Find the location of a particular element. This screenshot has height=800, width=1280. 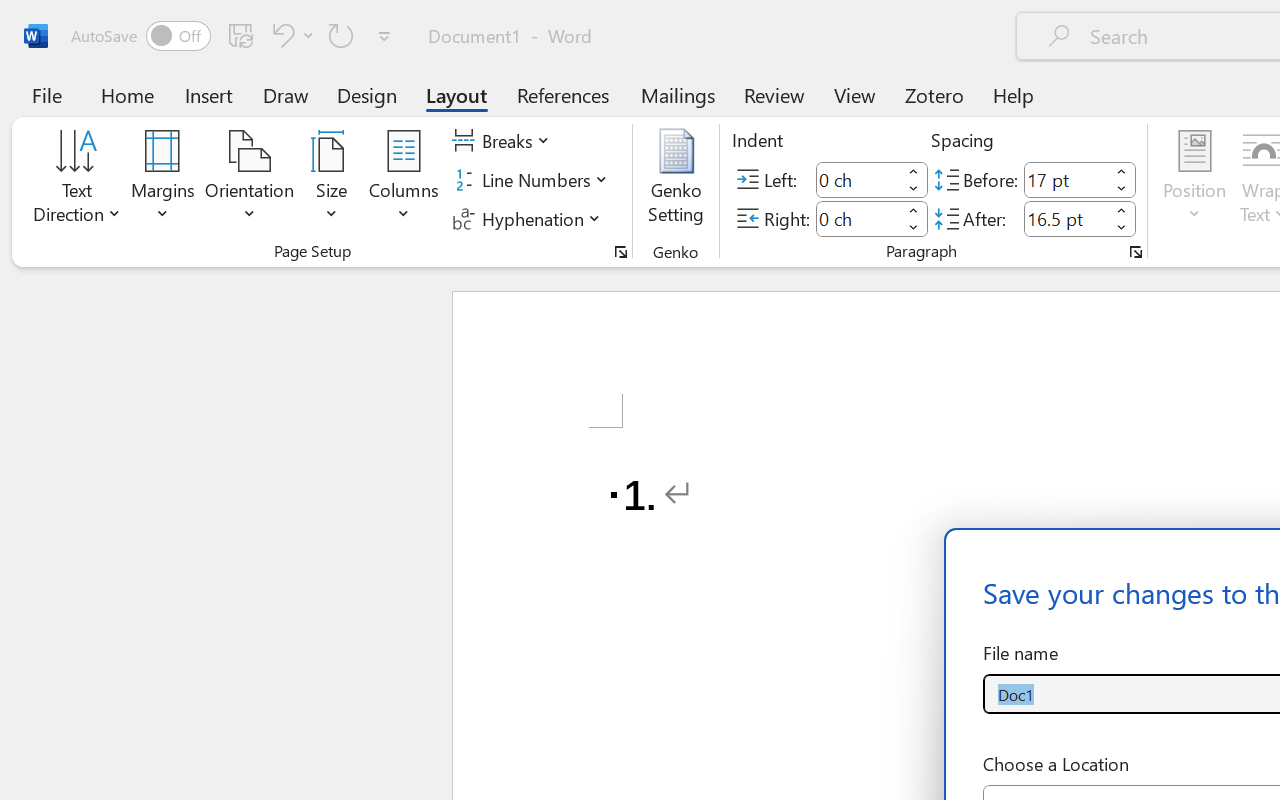

'Page Setup...' is located at coordinates (620, 251).